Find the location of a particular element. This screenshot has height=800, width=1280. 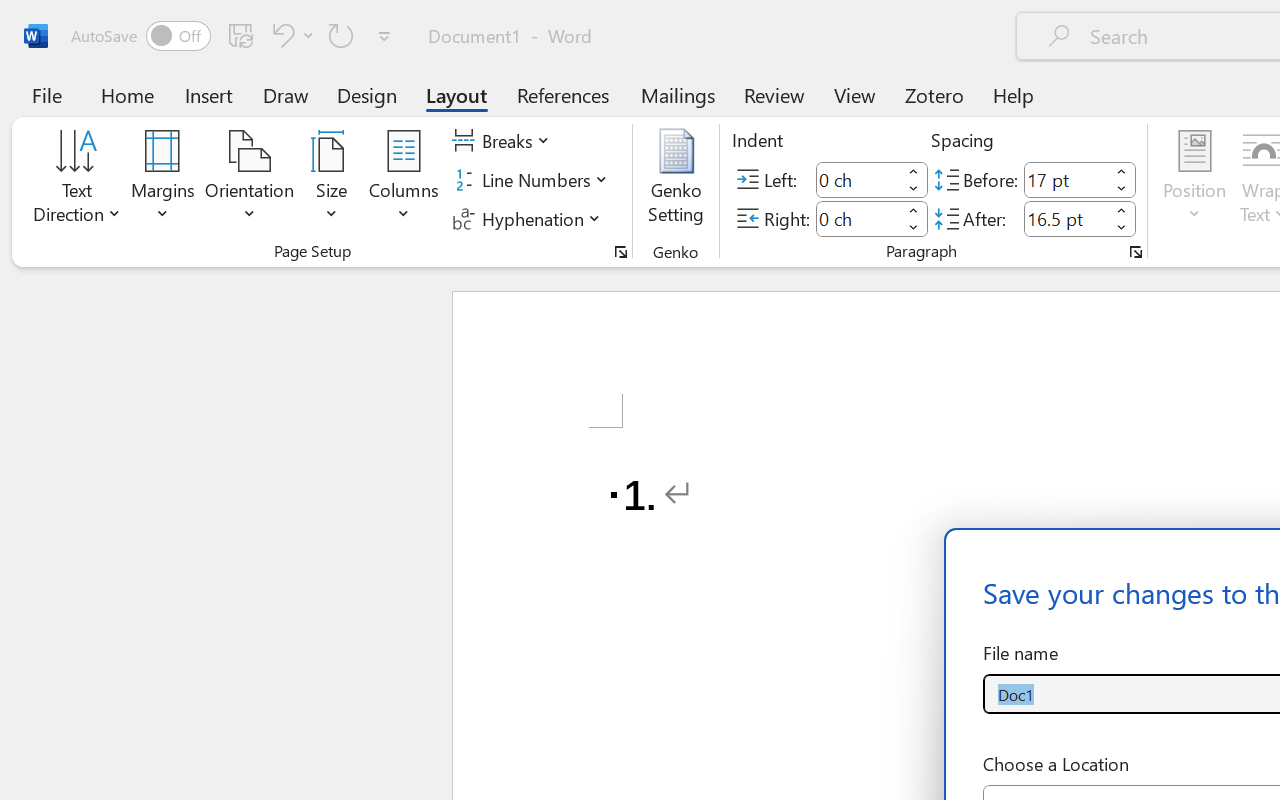

'Page Setup...' is located at coordinates (620, 251).